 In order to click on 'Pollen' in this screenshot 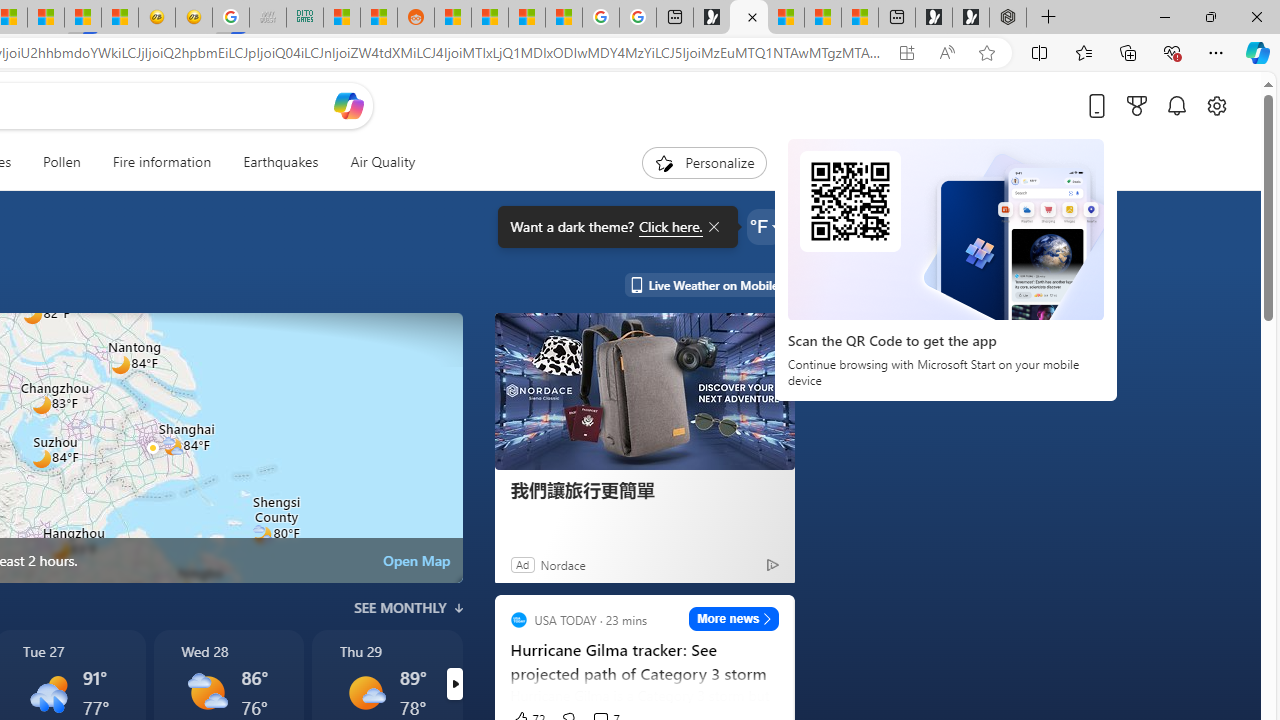, I will do `click(62, 162)`.